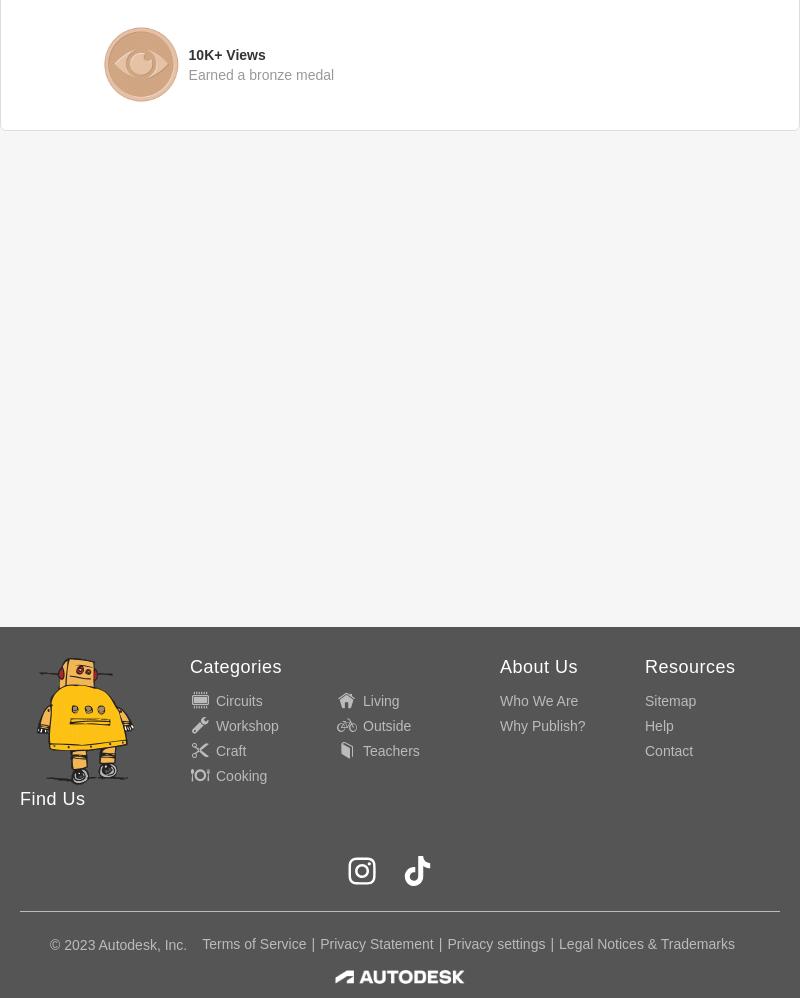  I want to click on 'Sitemap', so click(670, 700).